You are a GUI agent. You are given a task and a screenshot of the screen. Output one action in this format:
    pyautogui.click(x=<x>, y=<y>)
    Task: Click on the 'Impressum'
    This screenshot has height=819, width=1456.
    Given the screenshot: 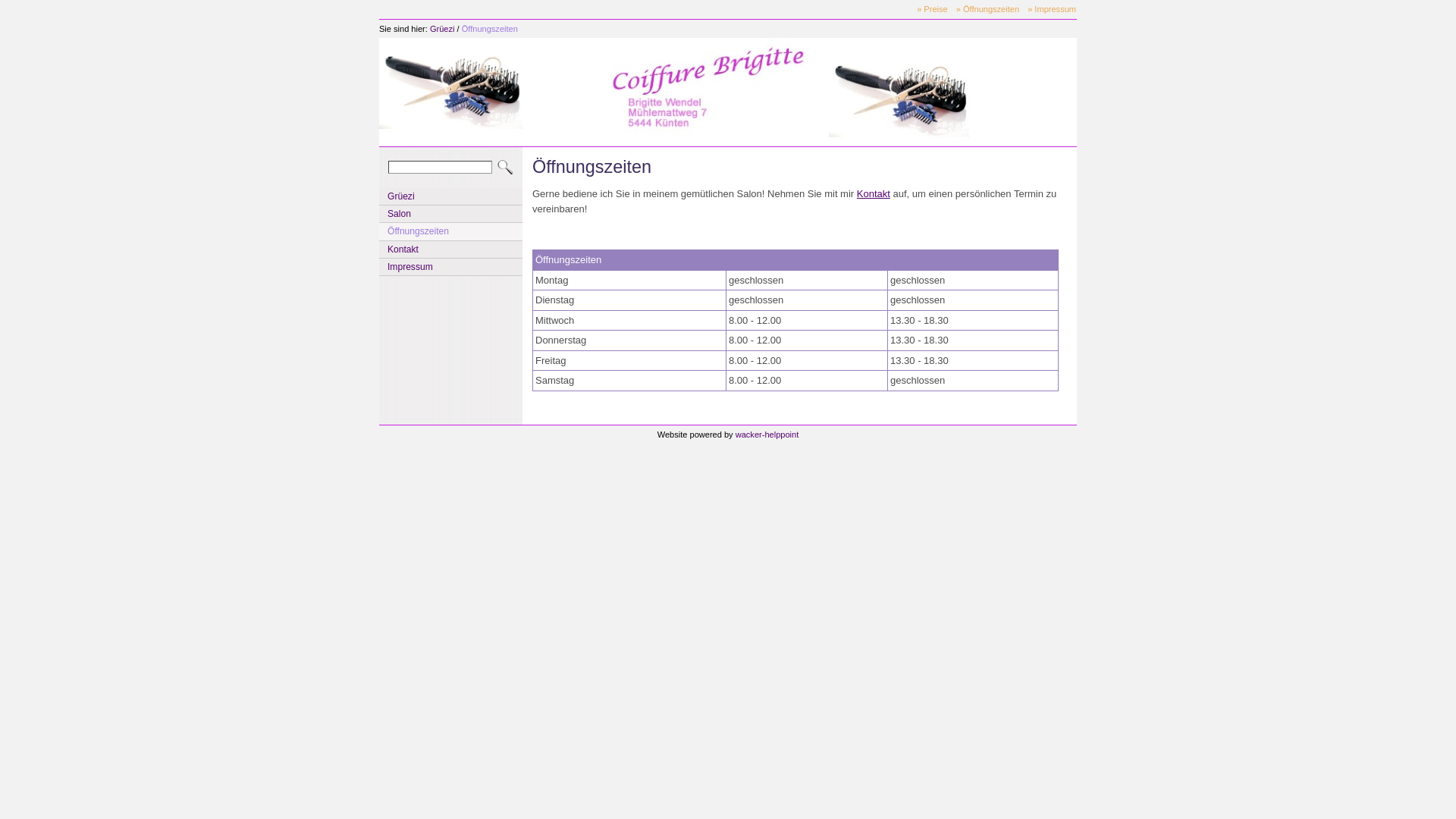 What is the action you would take?
    pyautogui.click(x=450, y=265)
    